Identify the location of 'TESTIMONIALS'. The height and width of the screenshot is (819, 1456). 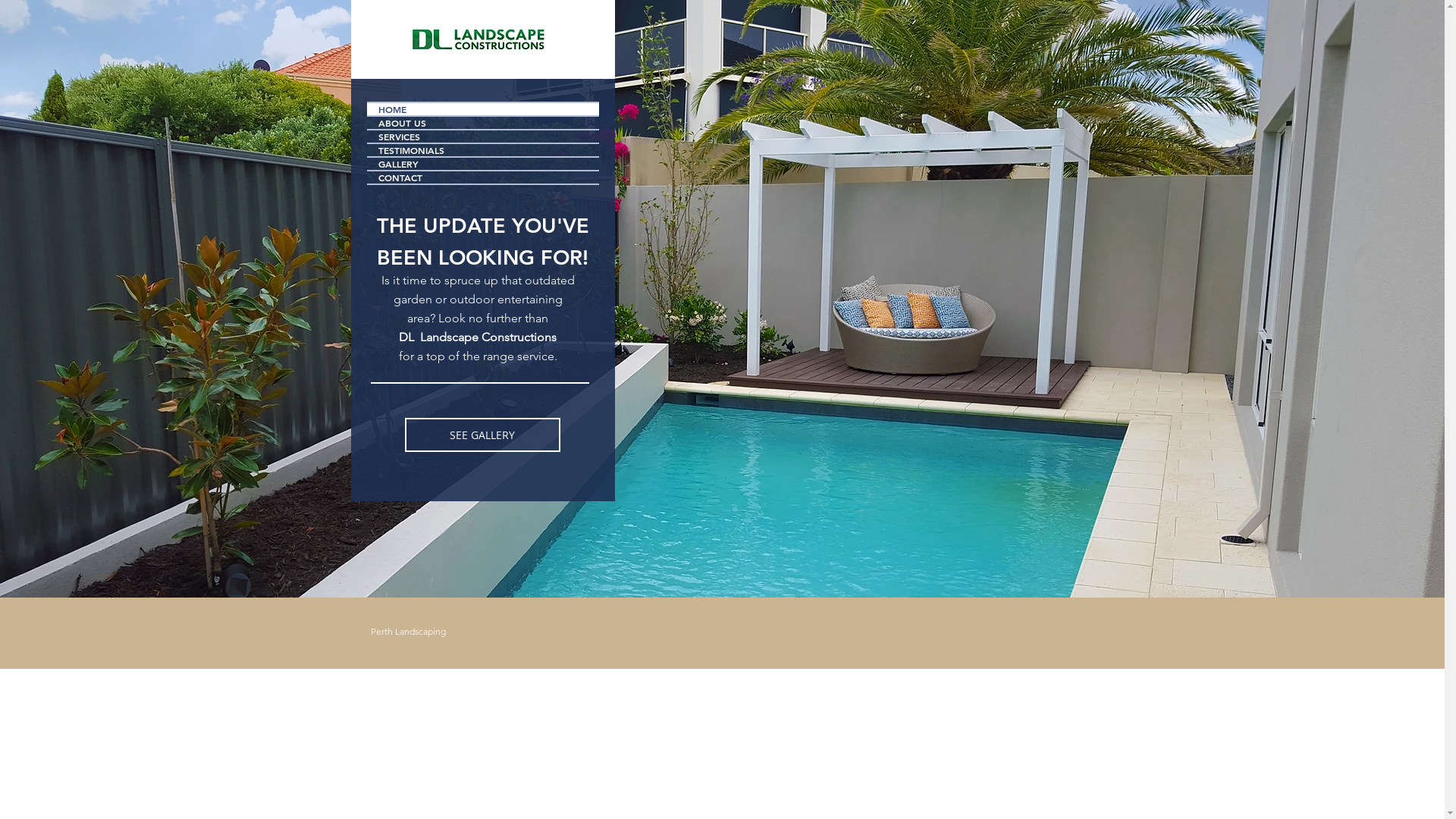
(482, 149).